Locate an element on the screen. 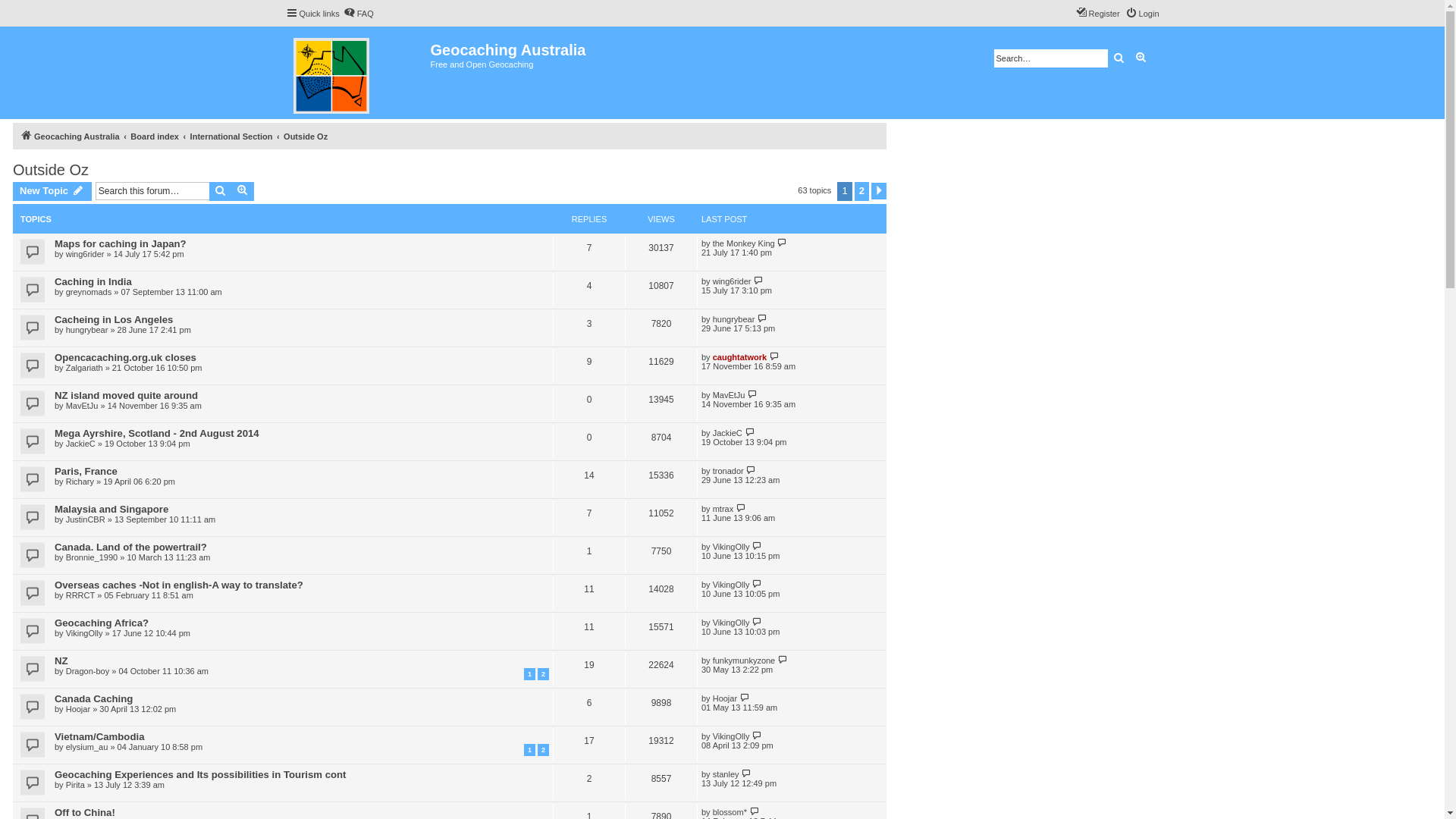 The width and height of the screenshot is (1456, 819). 'Board index' is located at coordinates (154, 136).